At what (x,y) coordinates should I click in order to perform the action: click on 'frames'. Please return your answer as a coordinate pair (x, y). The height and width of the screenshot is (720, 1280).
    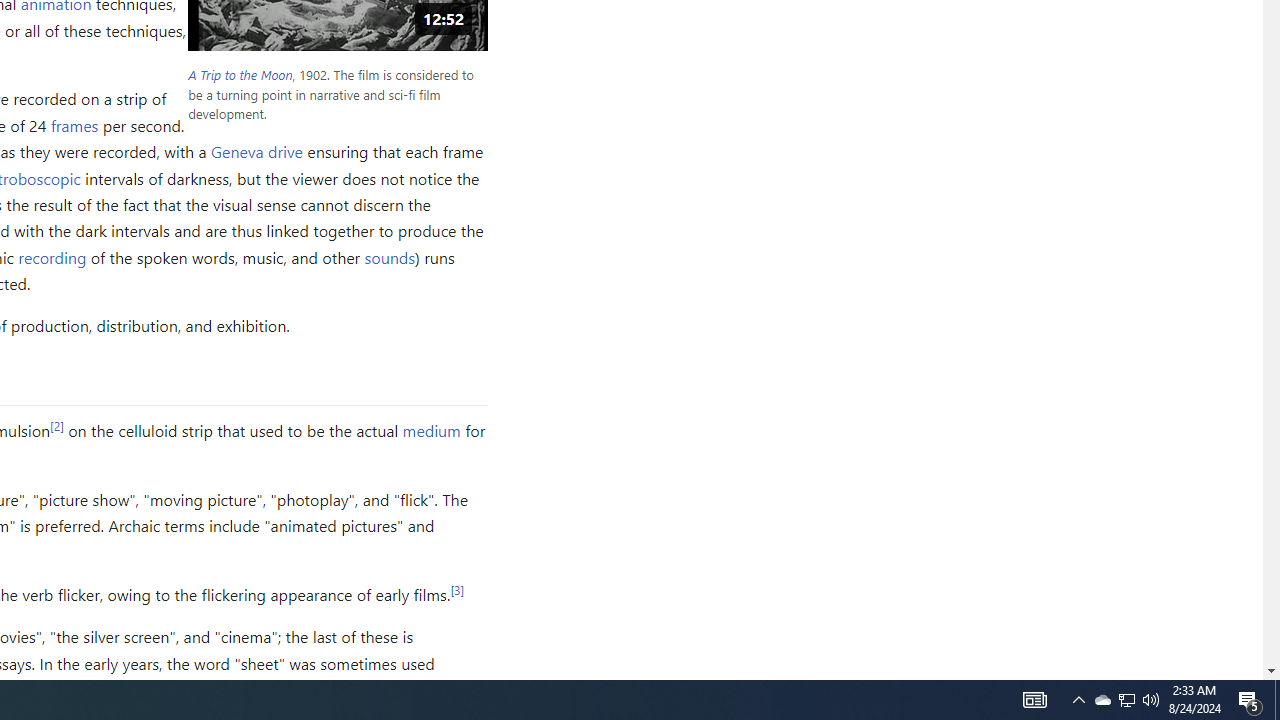
    Looking at the image, I should click on (74, 124).